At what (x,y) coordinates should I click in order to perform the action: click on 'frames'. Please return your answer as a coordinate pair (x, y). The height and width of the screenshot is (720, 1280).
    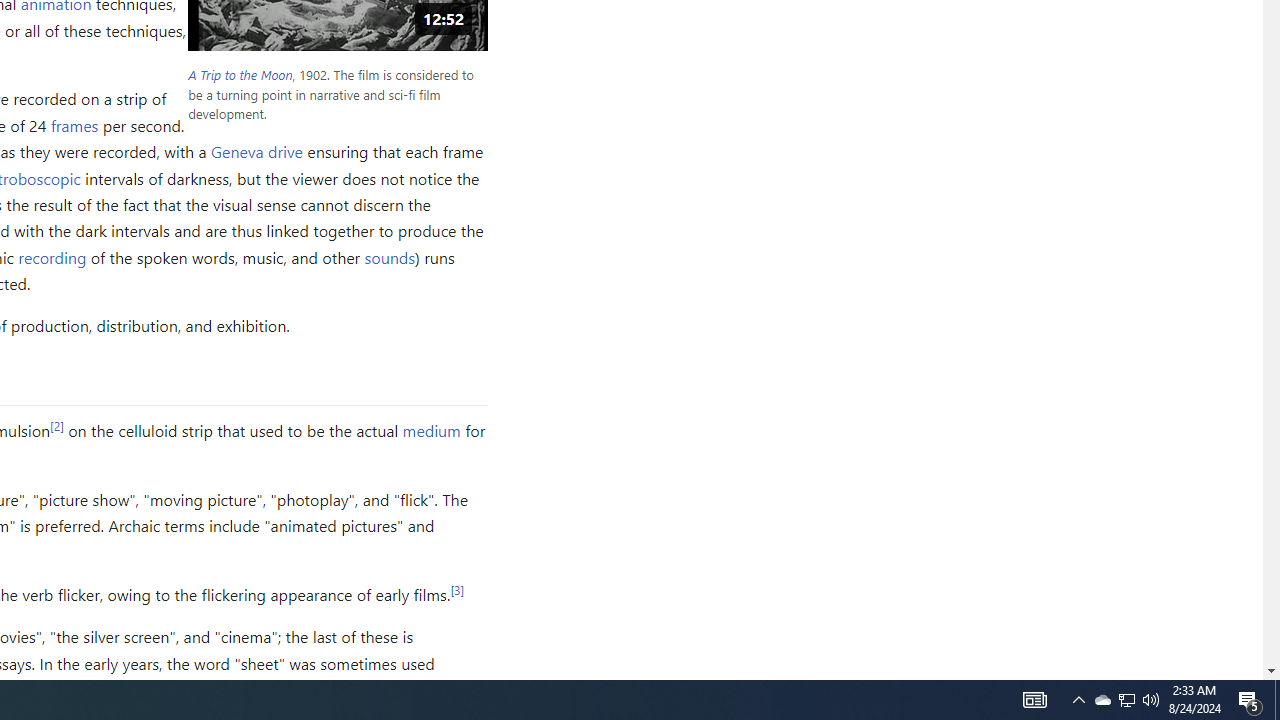
    Looking at the image, I should click on (74, 124).